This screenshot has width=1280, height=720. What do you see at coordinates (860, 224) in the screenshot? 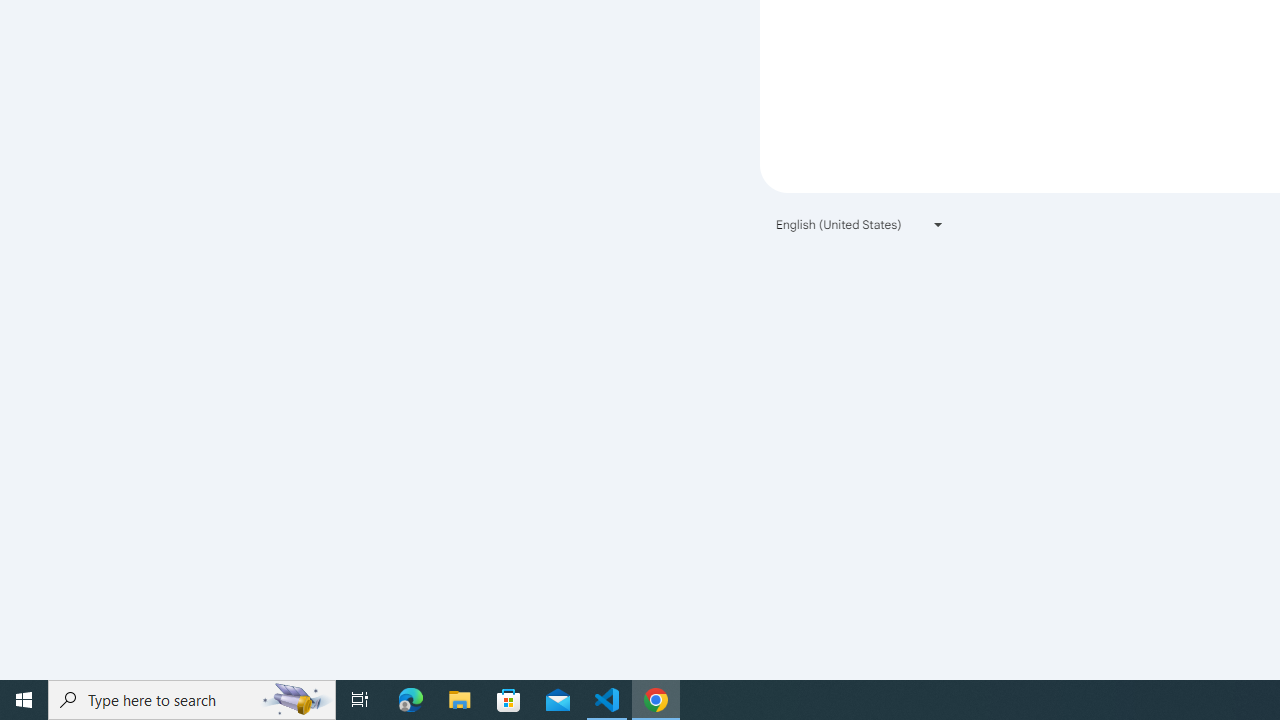
I see `'English (United States)'` at bounding box center [860, 224].